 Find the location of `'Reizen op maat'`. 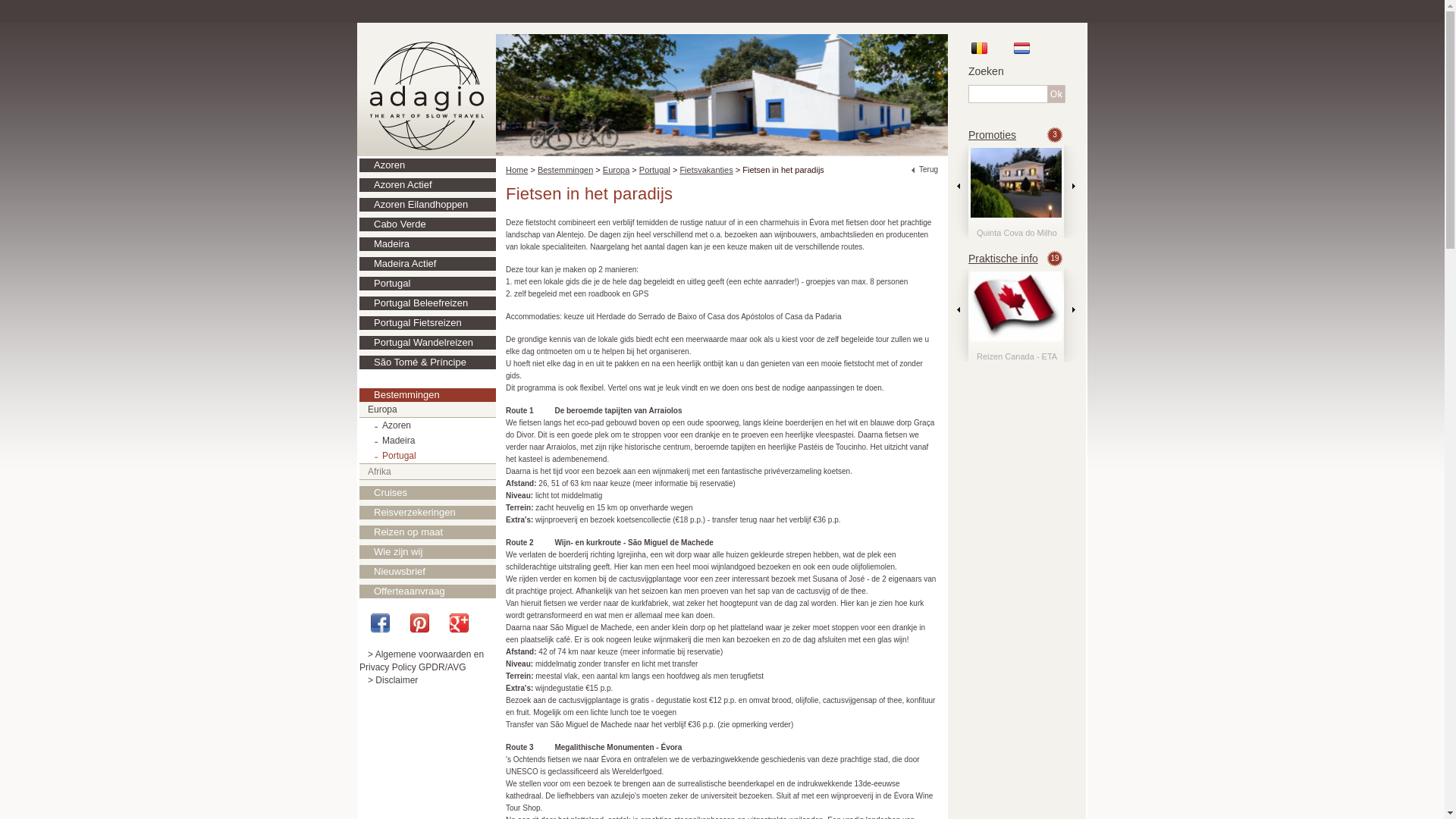

'Reizen op maat' is located at coordinates (427, 532).